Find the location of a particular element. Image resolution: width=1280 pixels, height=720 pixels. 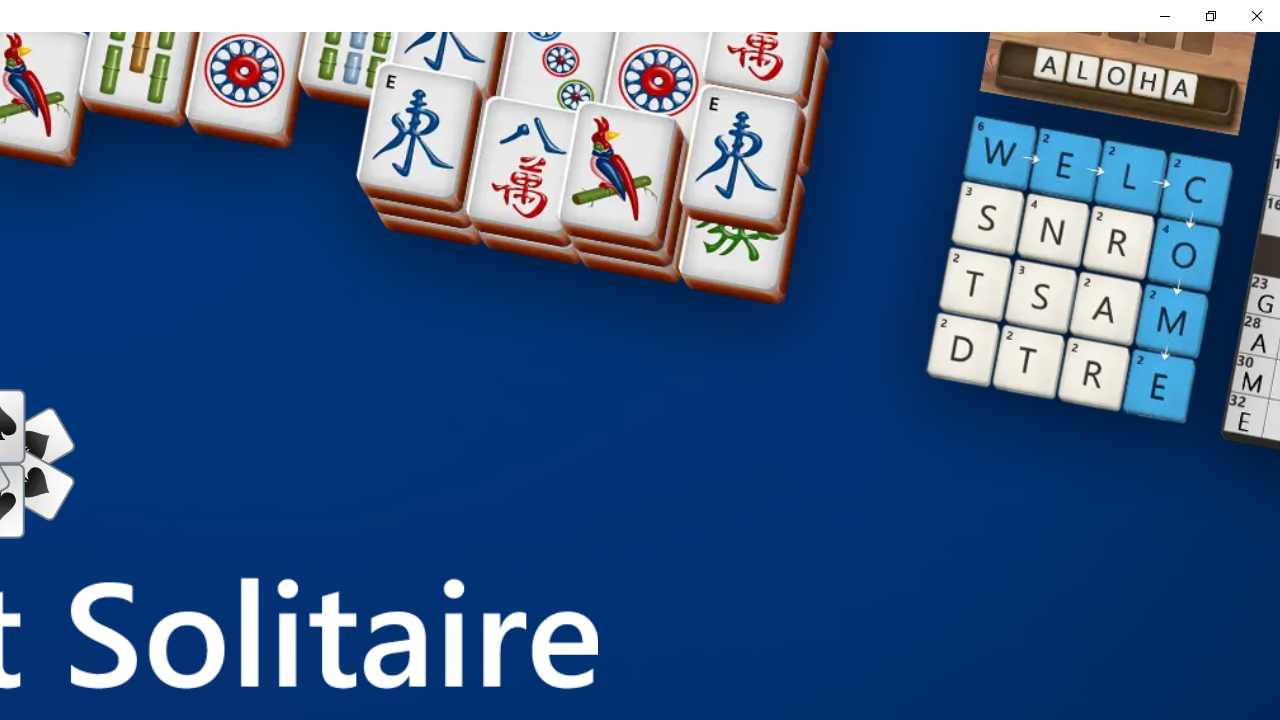

'Close Solitaire & Casual Games' is located at coordinates (1255, 15).